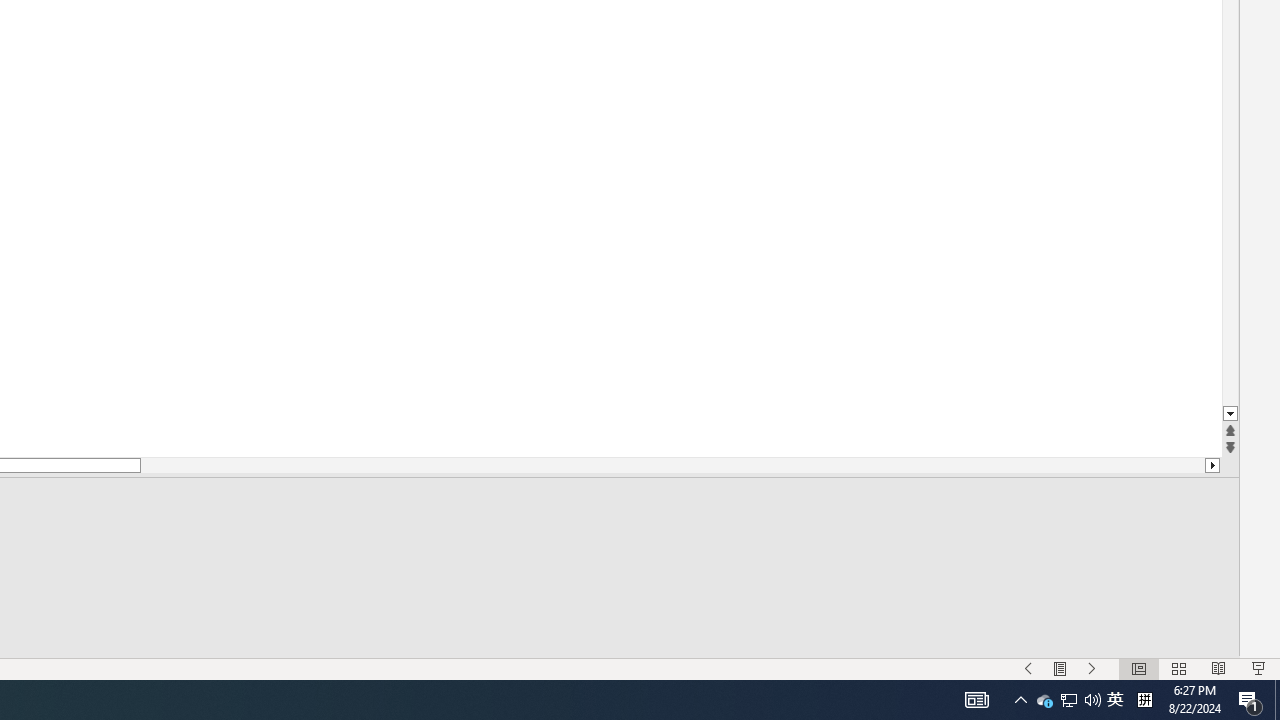 The width and height of the screenshot is (1280, 720). What do you see at coordinates (1028, 669) in the screenshot?
I see `'Slide Show Next On'` at bounding box center [1028, 669].